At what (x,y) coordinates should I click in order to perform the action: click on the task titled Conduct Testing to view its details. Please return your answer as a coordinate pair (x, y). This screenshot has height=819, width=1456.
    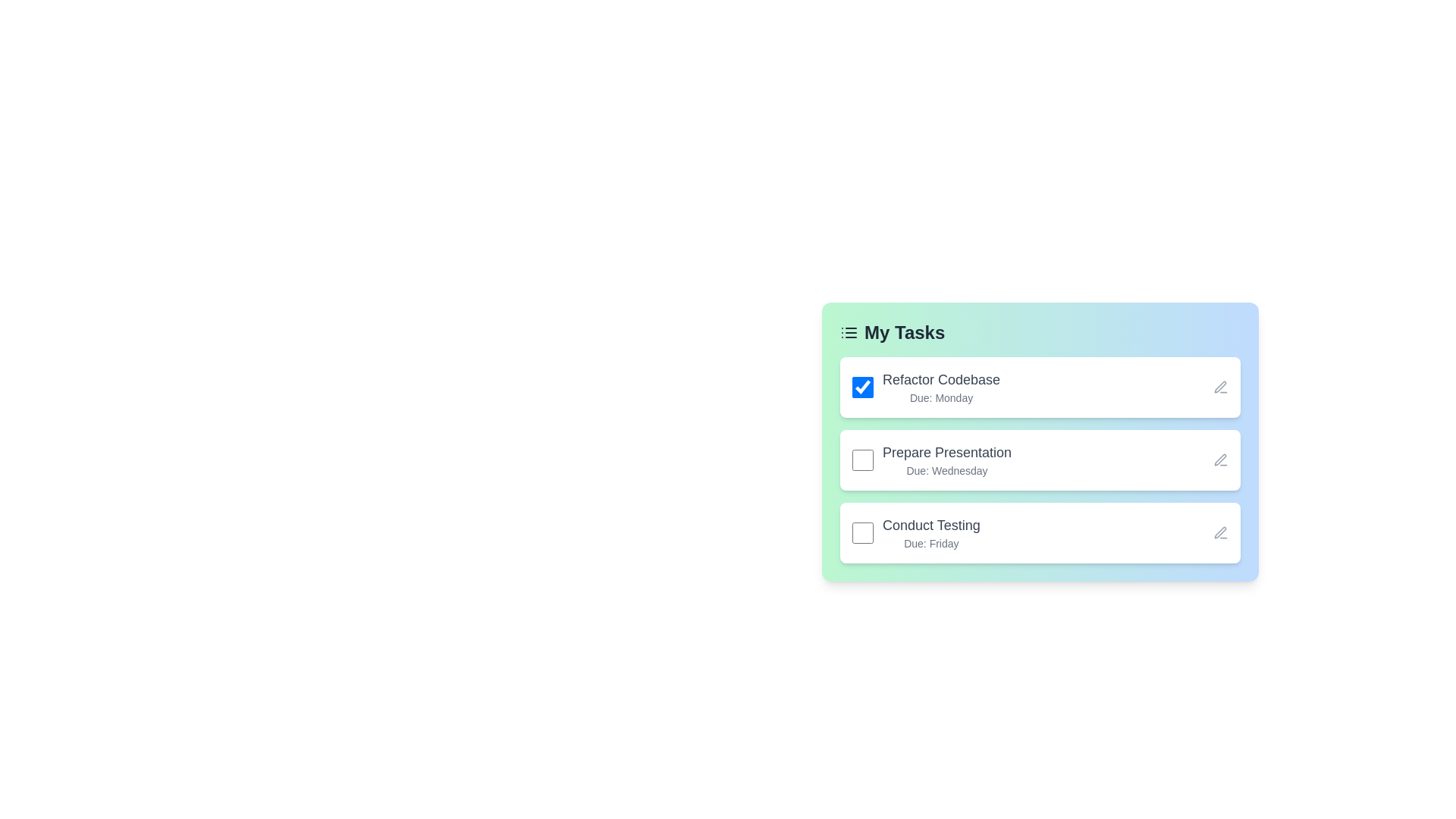
    Looking at the image, I should click on (1040, 532).